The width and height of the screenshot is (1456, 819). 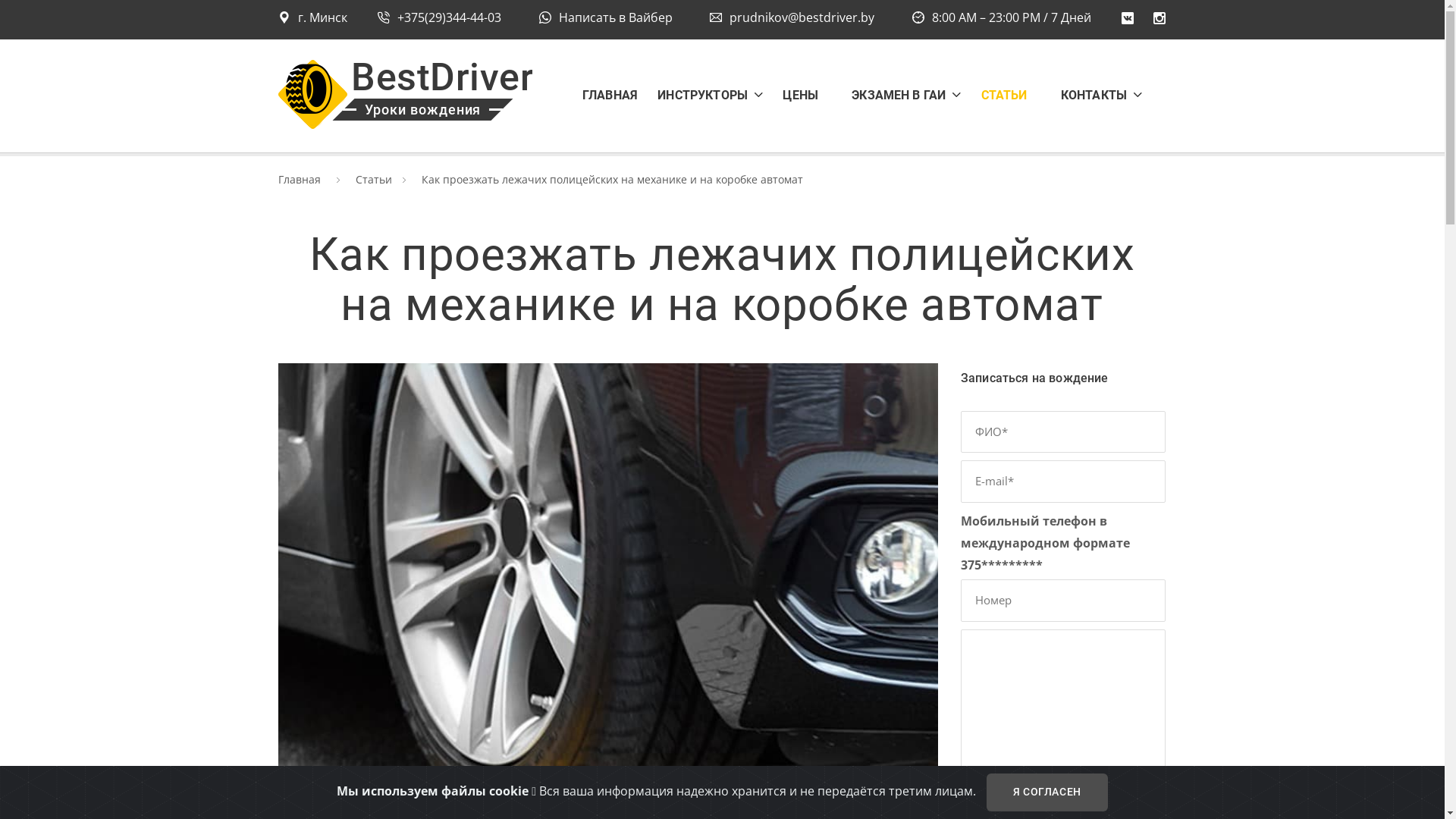 What do you see at coordinates (438, 17) in the screenshot?
I see `'+375(29)344-44-03'` at bounding box center [438, 17].